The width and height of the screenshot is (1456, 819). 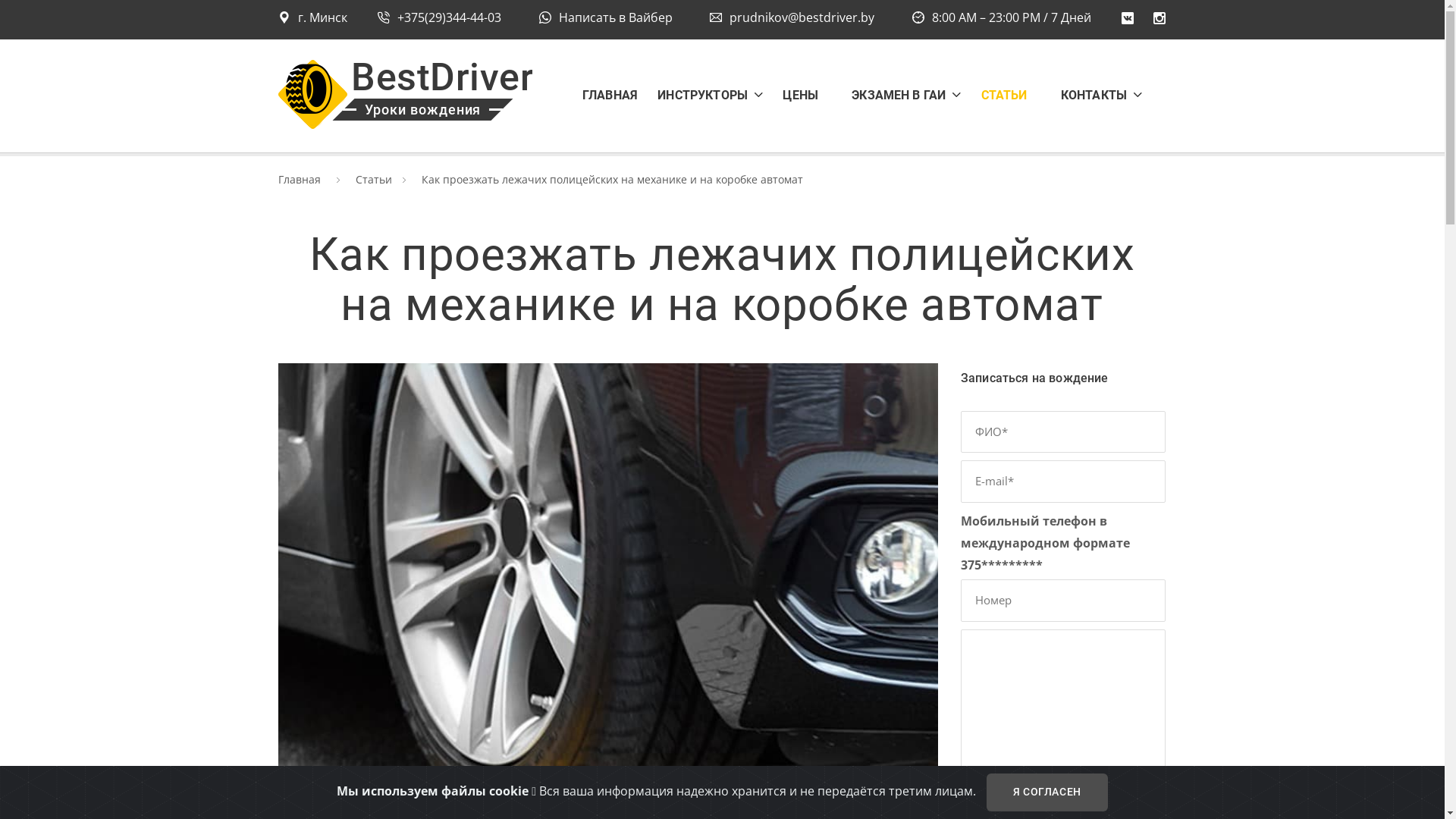 What do you see at coordinates (438, 17) in the screenshot?
I see `'+375(29)344-44-03'` at bounding box center [438, 17].